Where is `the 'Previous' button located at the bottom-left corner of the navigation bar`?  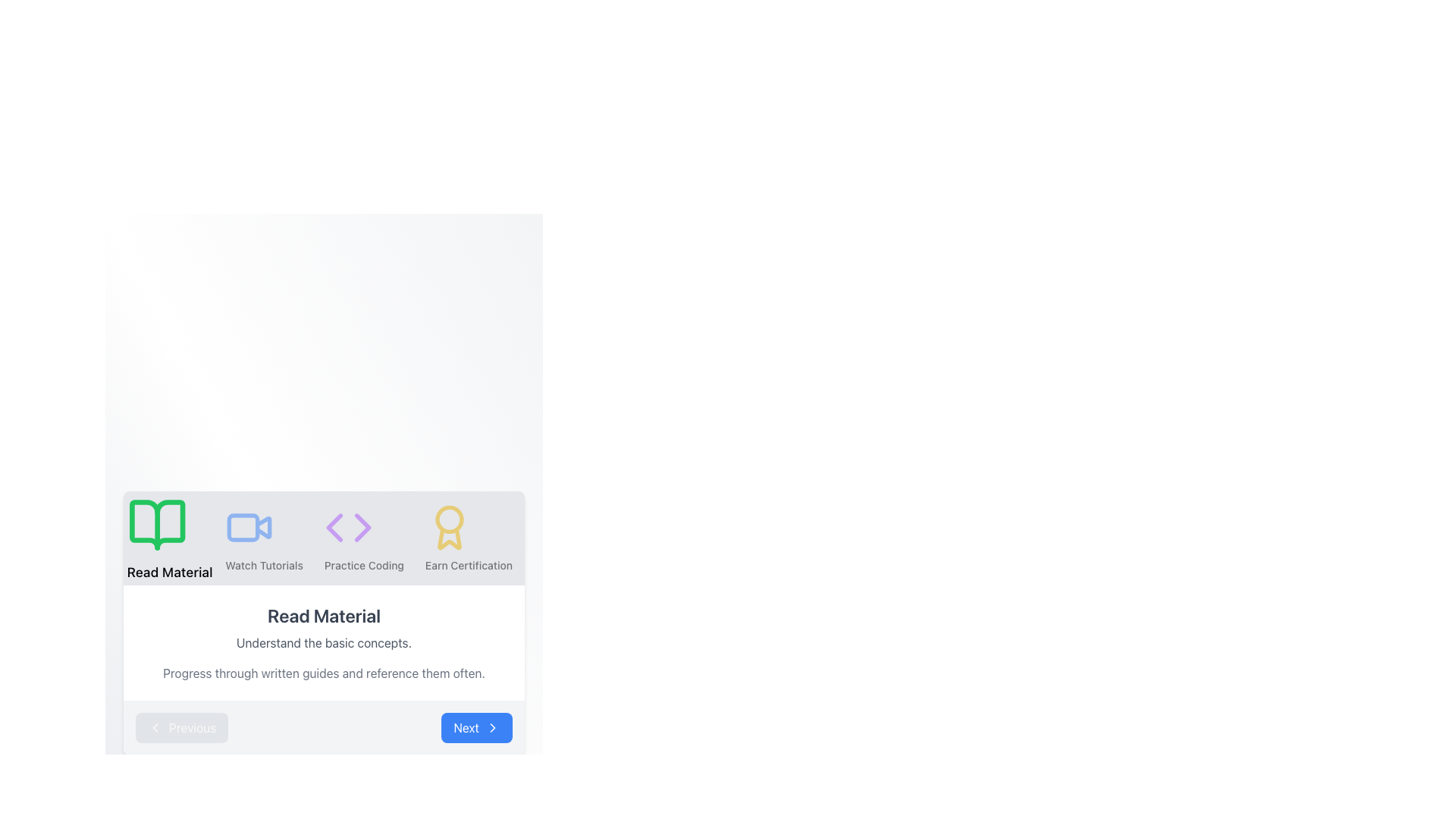
the 'Previous' button located at the bottom-left corner of the navigation bar is located at coordinates (182, 727).